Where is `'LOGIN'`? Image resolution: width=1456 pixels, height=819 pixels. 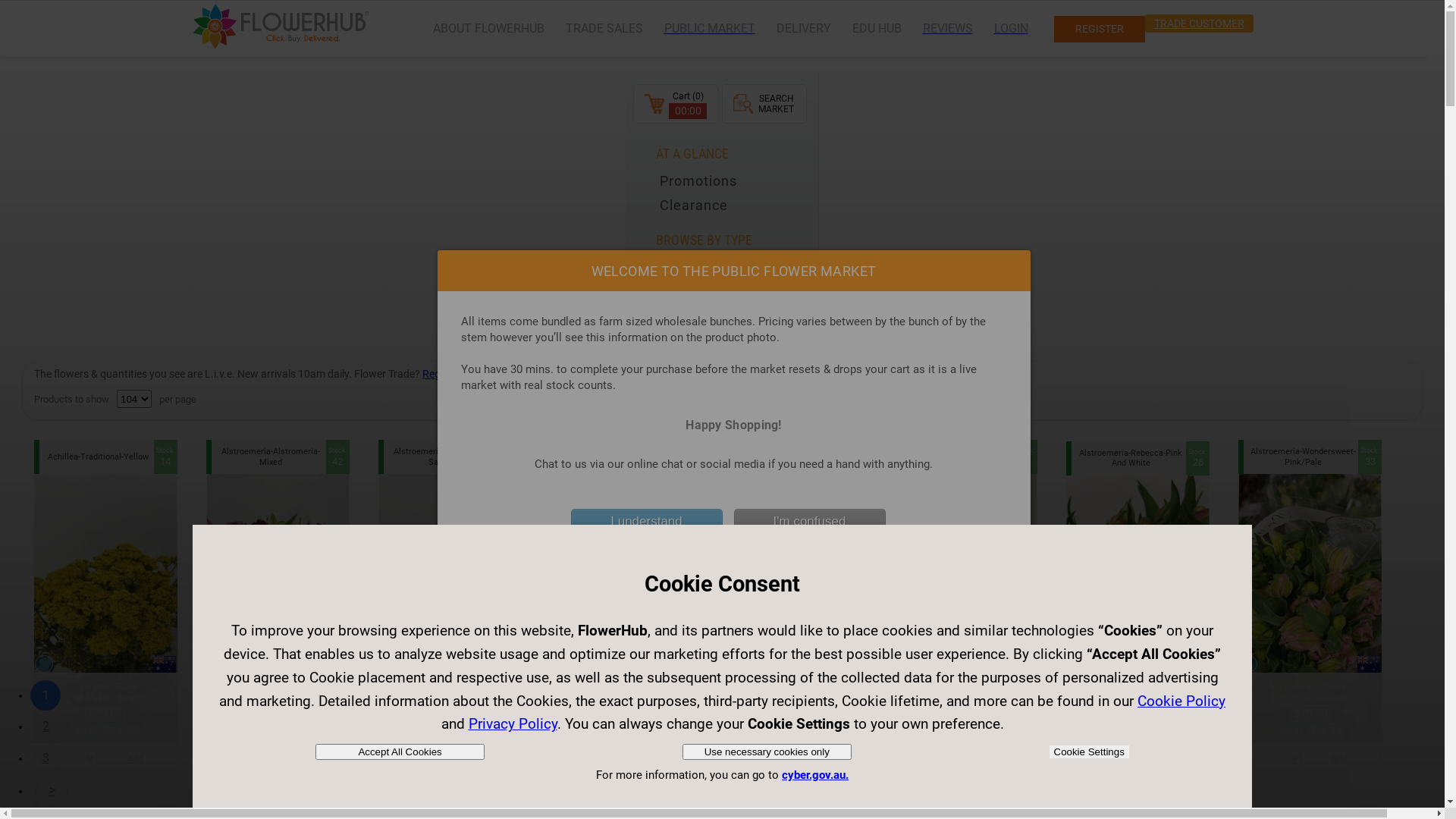
'LOGIN' is located at coordinates (1010, 29).